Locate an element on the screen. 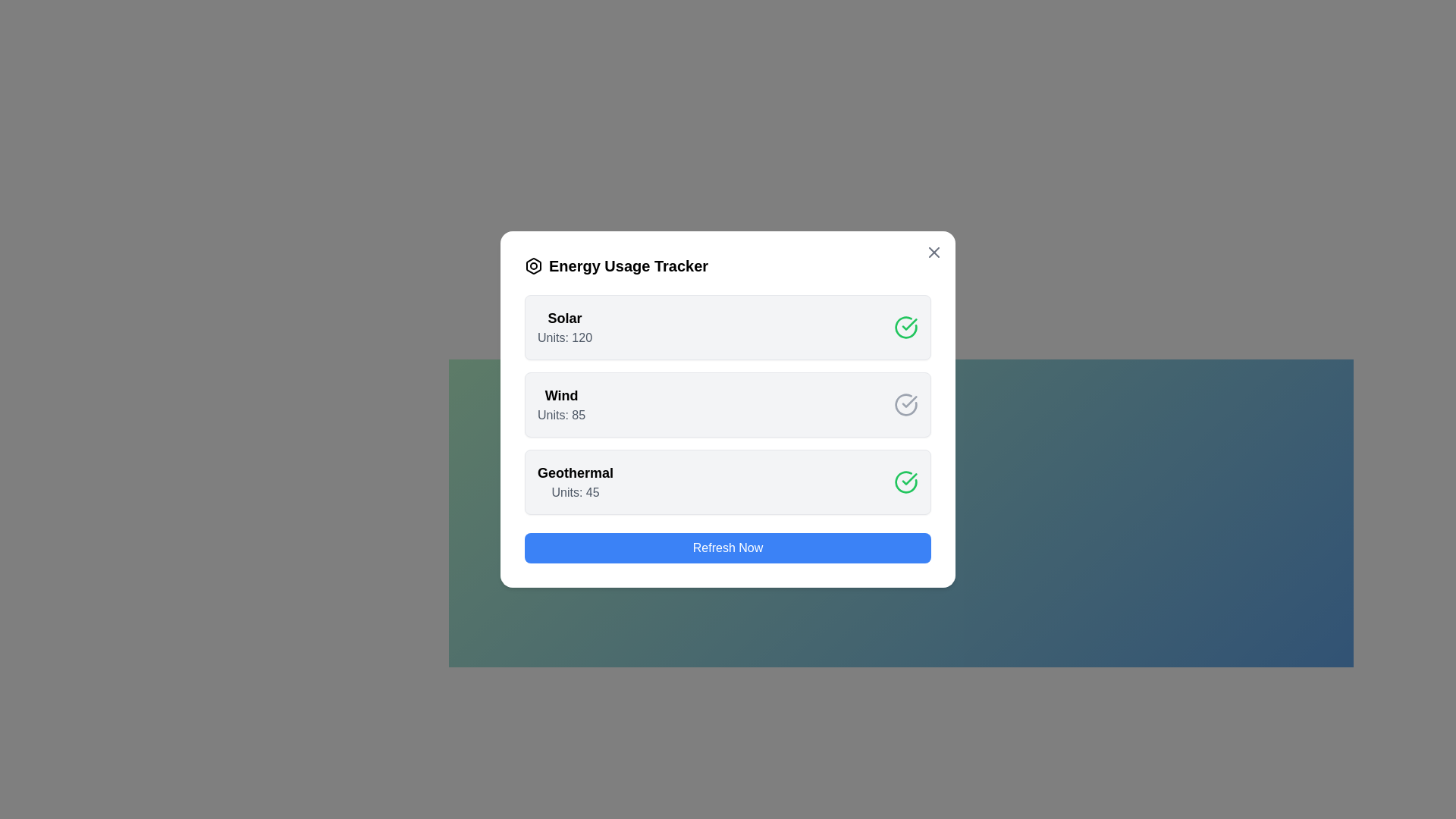  the close icon located at the top-right corner of the 'Energy Usage Tracker' dialog is located at coordinates (934, 251).